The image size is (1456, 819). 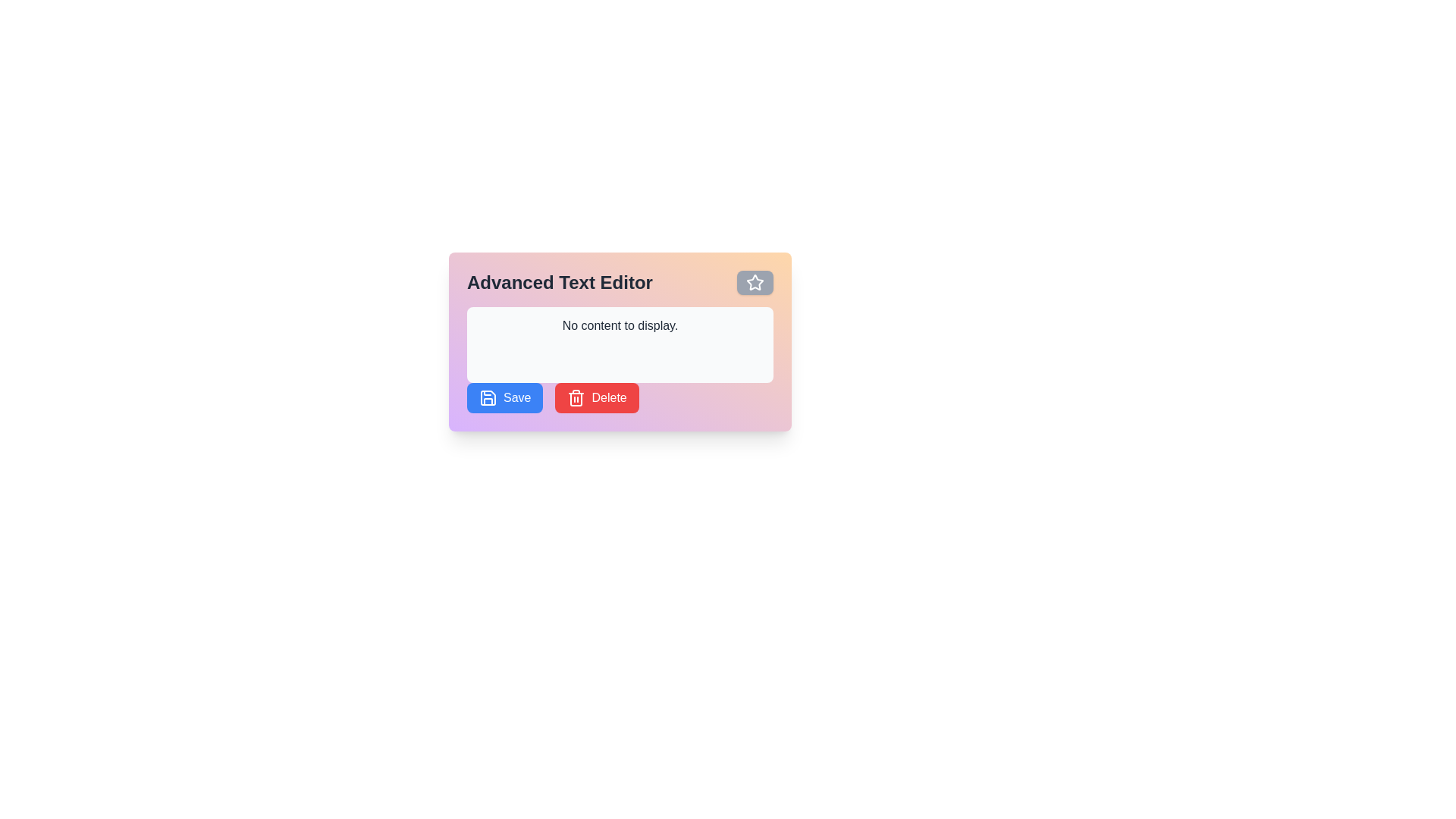 I want to click on the delete button located at the bottom right part of the card interface, so click(x=596, y=397).